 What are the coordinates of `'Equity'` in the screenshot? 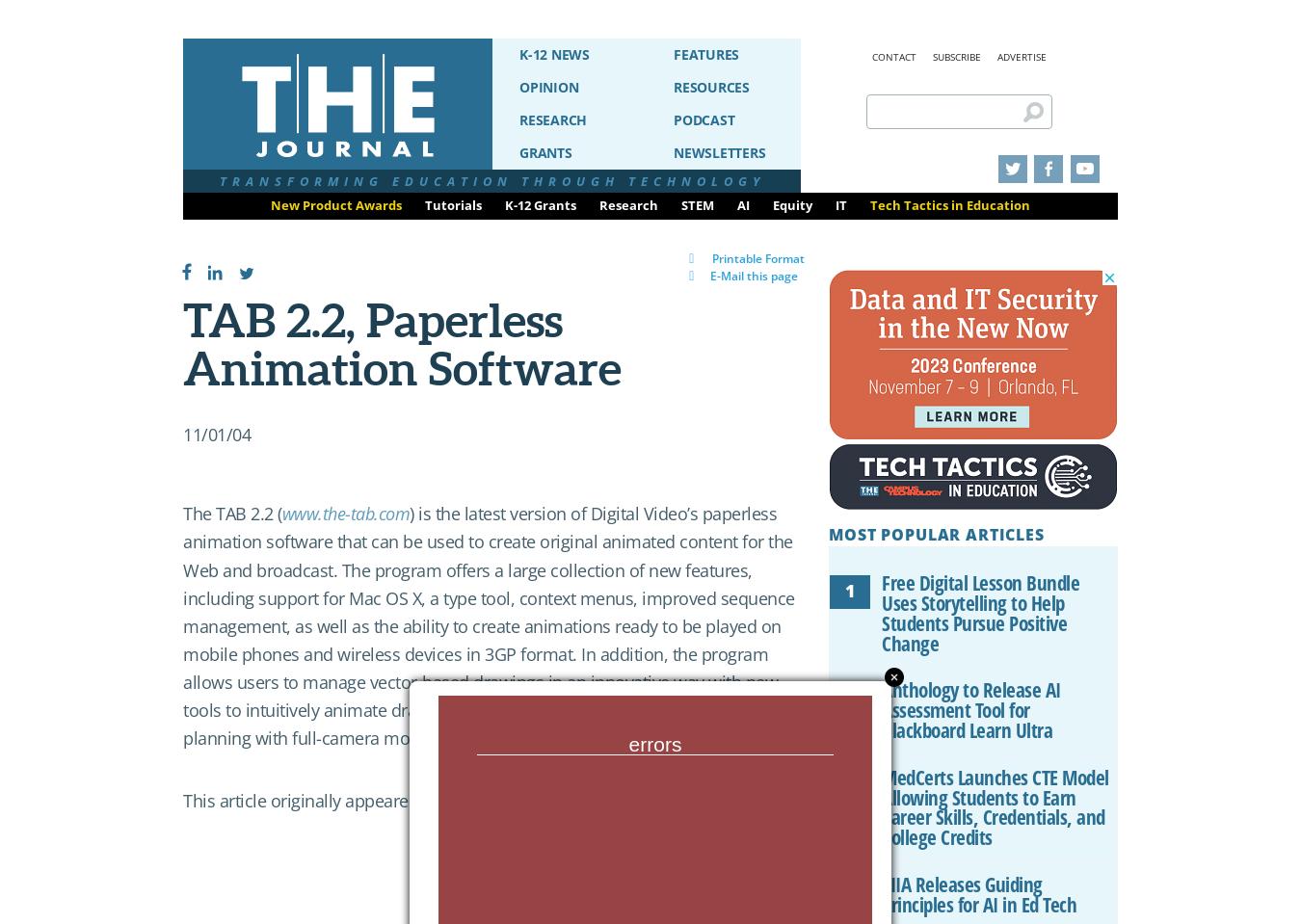 It's located at (773, 204).